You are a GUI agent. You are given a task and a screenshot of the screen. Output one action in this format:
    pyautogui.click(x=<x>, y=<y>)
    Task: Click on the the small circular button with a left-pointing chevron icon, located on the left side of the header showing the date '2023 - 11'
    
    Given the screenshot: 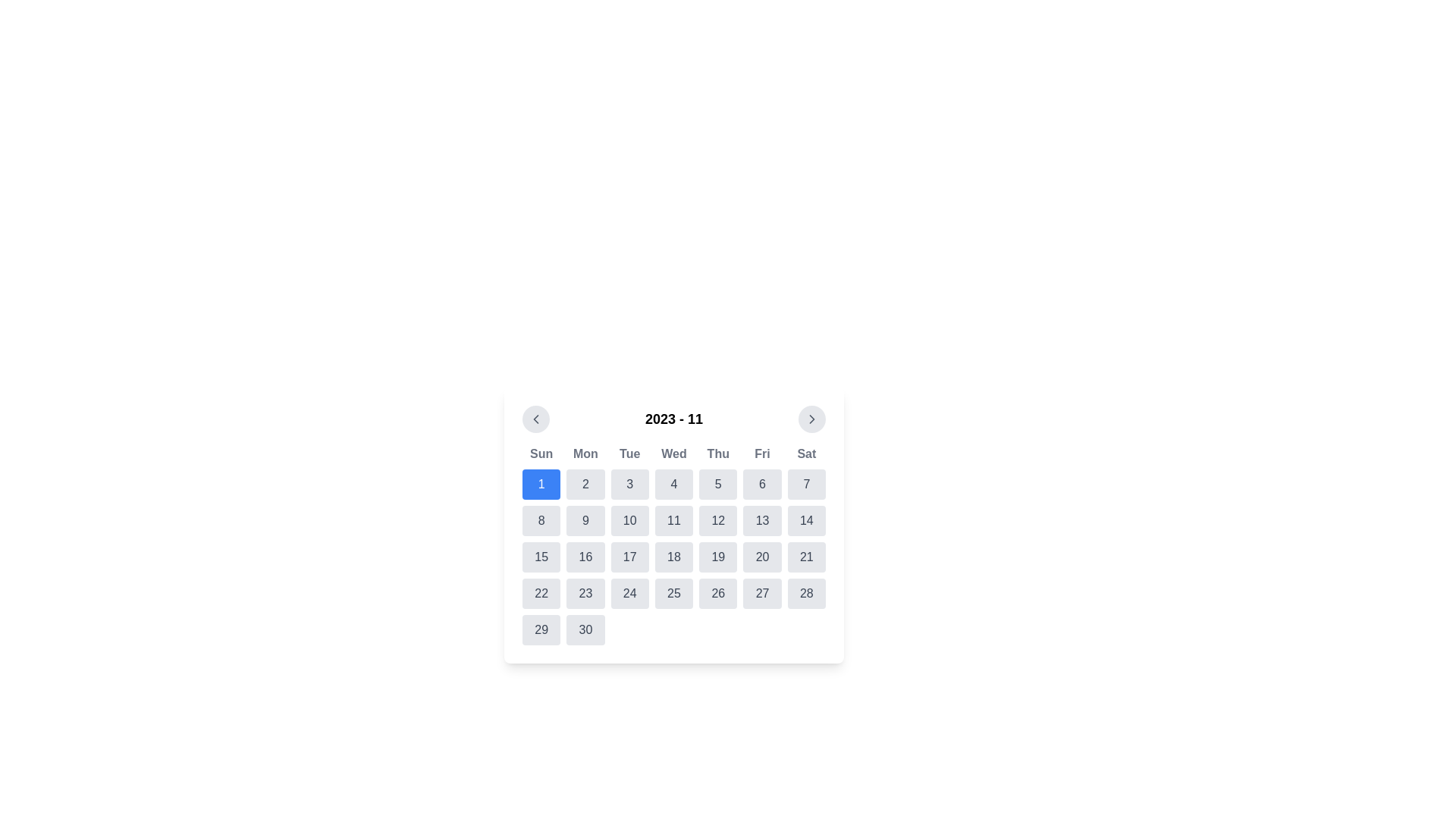 What is the action you would take?
    pyautogui.click(x=535, y=419)
    